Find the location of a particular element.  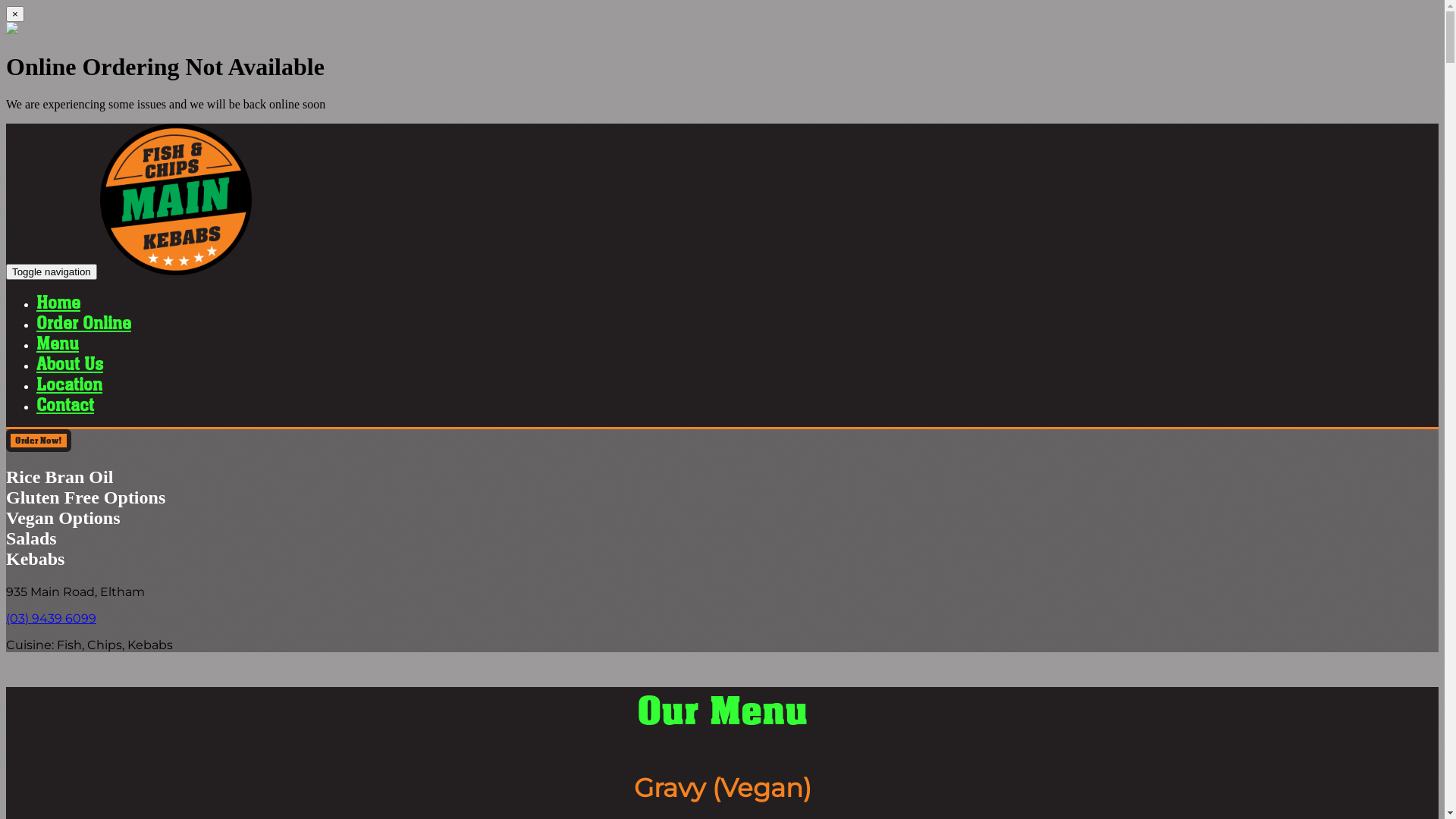

'Order Now!' is located at coordinates (6, 441).